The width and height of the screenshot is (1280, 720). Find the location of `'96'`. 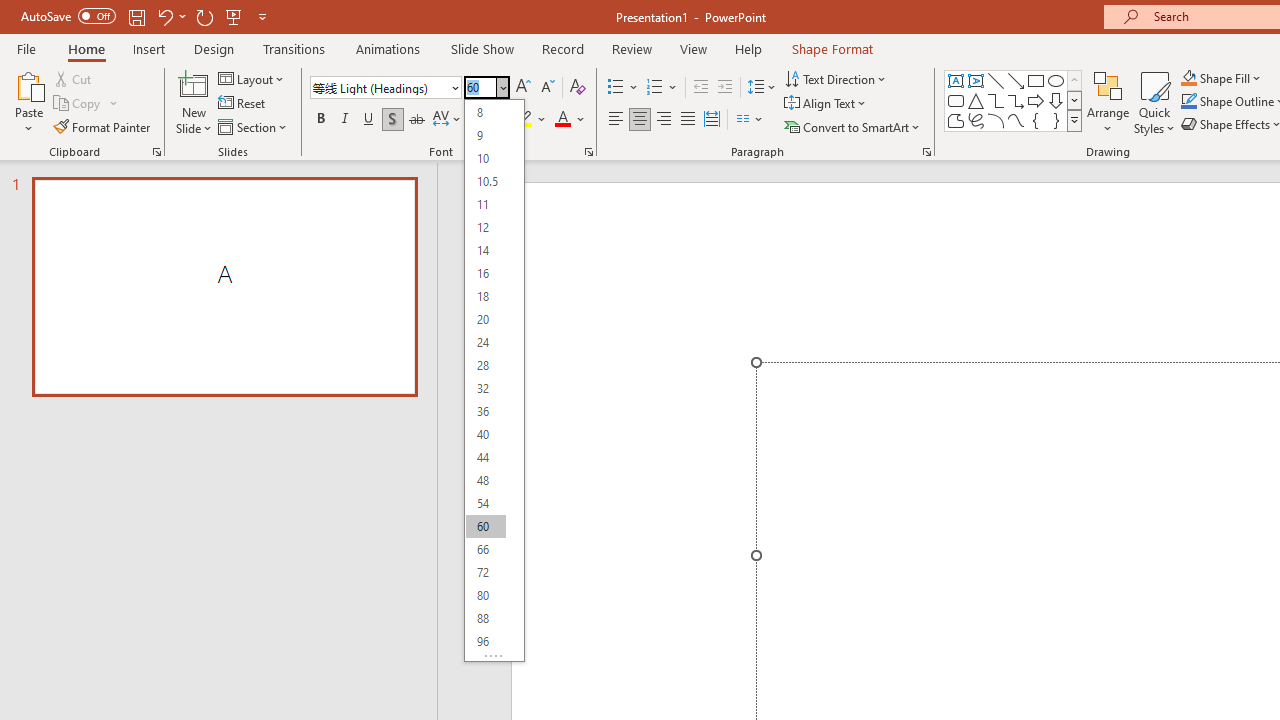

'96' is located at coordinates (485, 641).